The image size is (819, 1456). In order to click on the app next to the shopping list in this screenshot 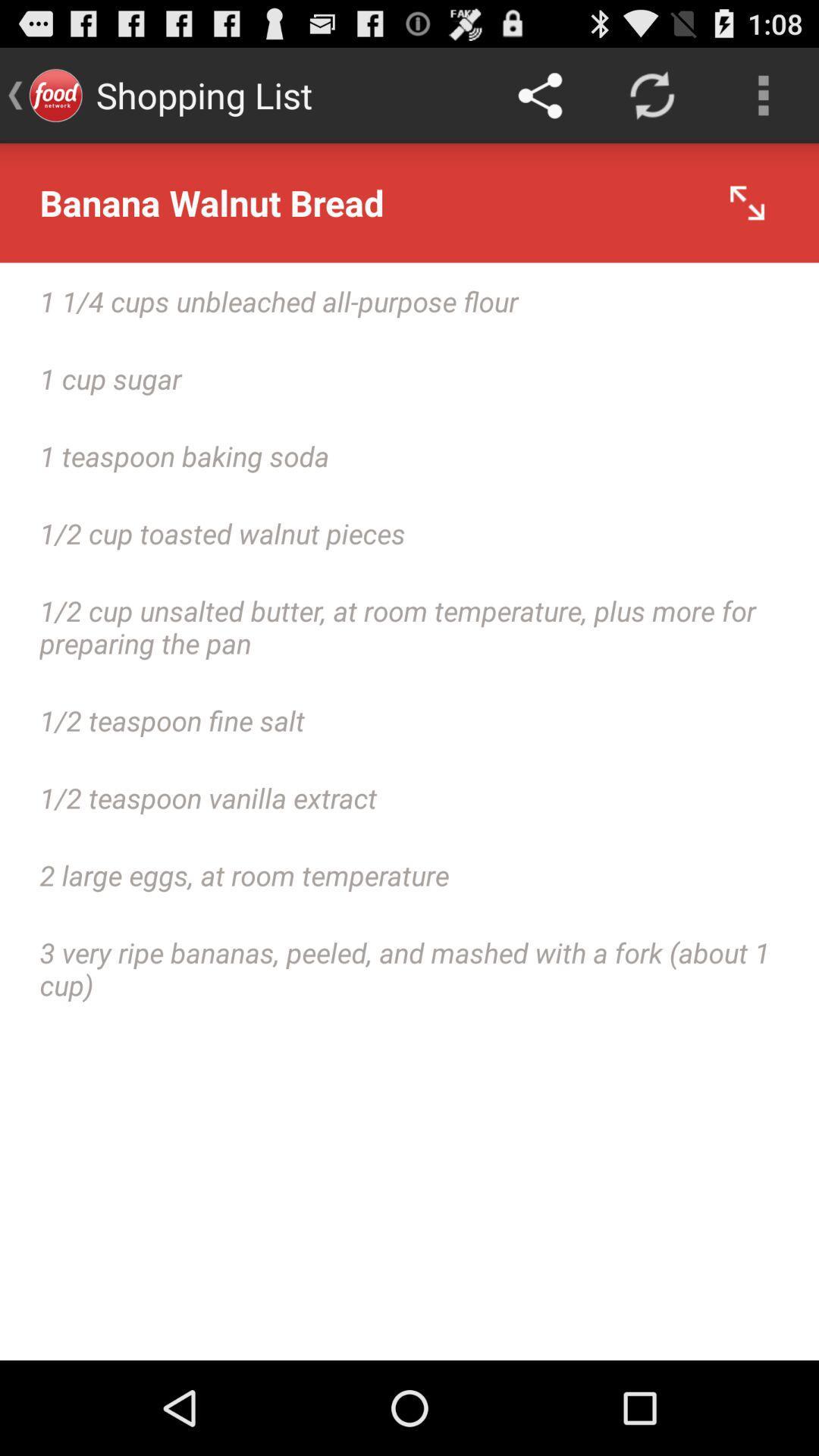, I will do `click(539, 94)`.